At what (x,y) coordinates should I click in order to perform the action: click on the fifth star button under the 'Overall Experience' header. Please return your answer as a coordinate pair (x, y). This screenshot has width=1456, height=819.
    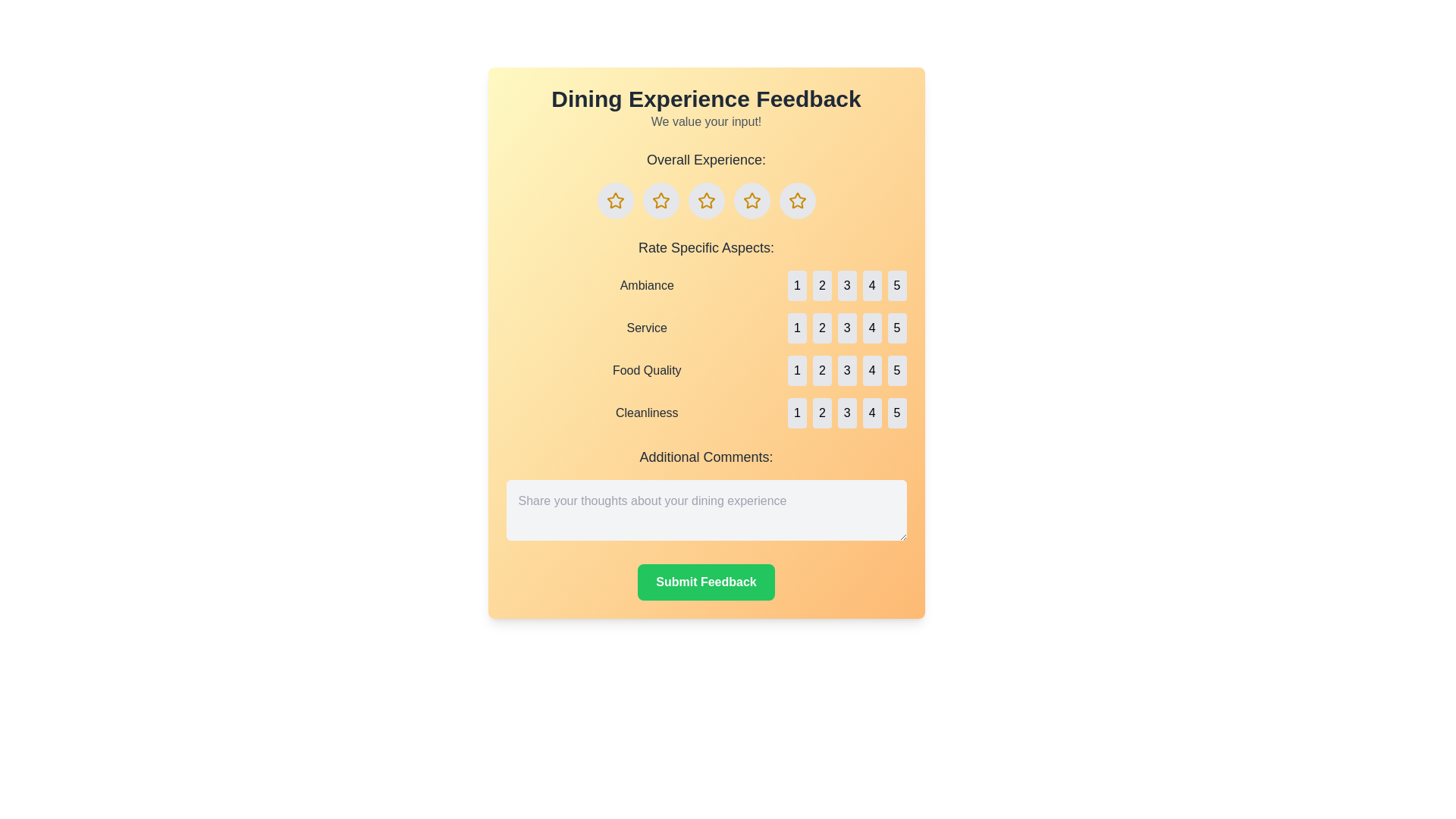
    Looking at the image, I should click on (796, 200).